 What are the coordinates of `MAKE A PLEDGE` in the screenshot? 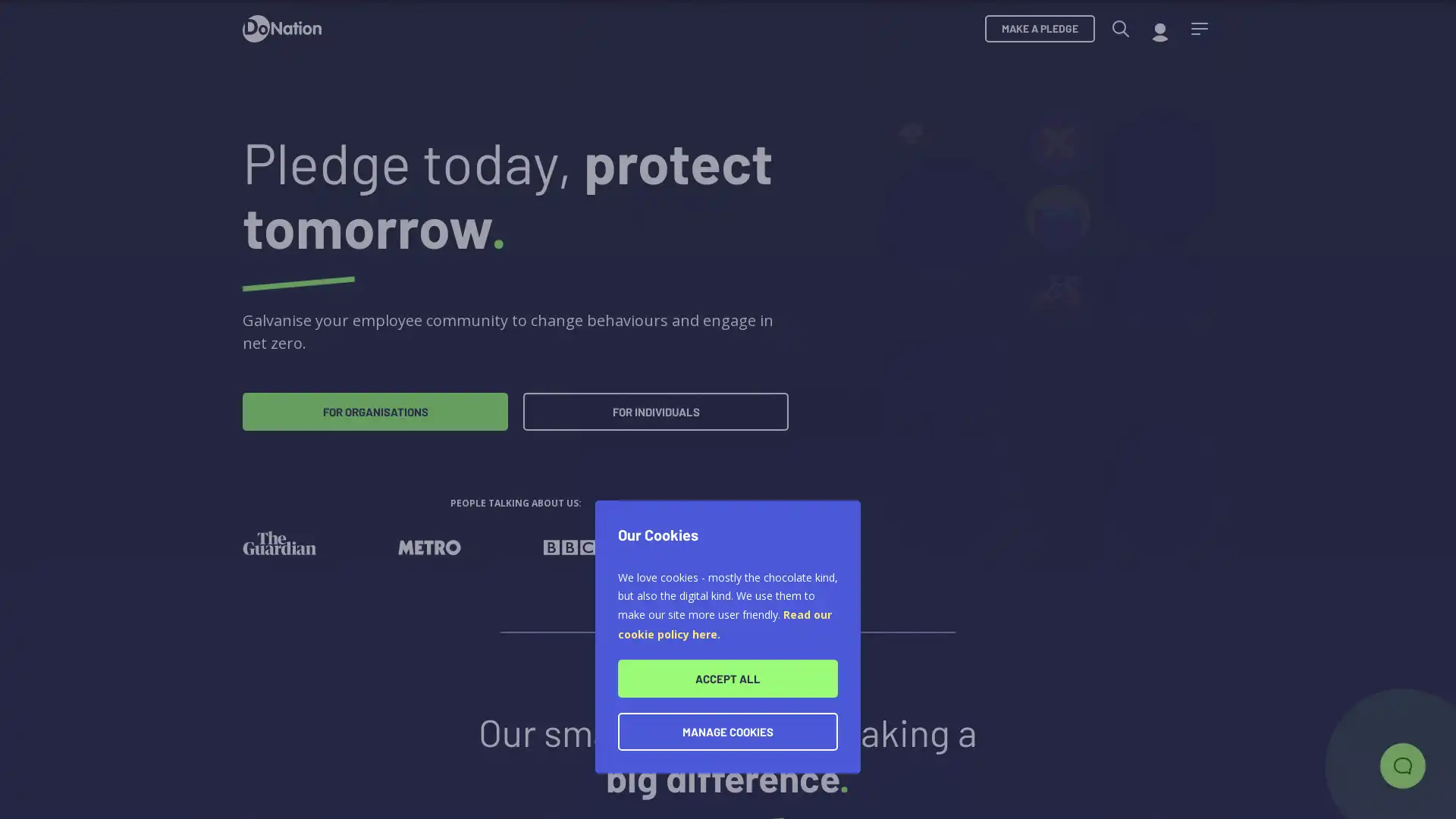 It's located at (1039, 29).